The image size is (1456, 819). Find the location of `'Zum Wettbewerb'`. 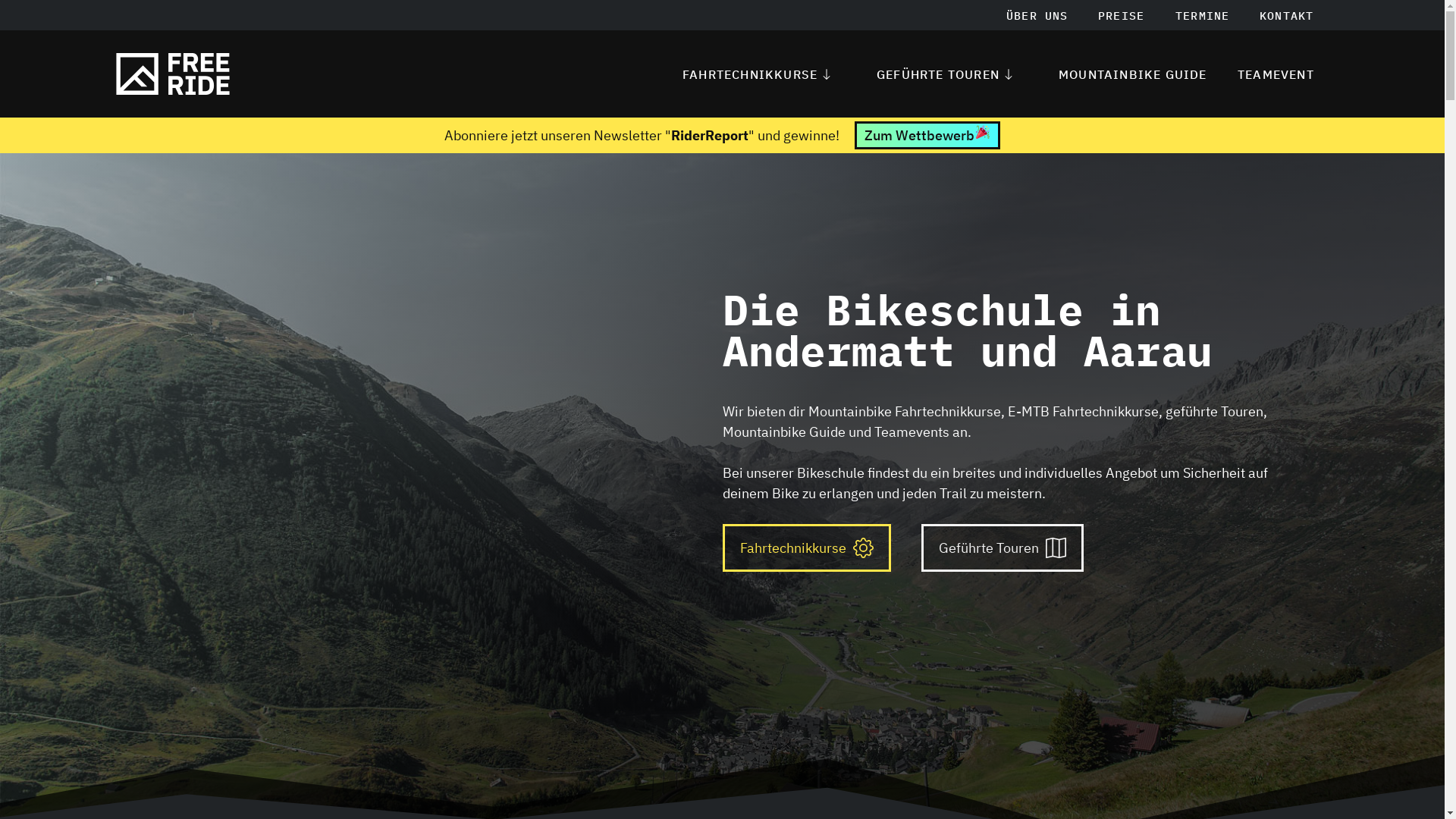

'Zum Wettbewerb' is located at coordinates (927, 134).